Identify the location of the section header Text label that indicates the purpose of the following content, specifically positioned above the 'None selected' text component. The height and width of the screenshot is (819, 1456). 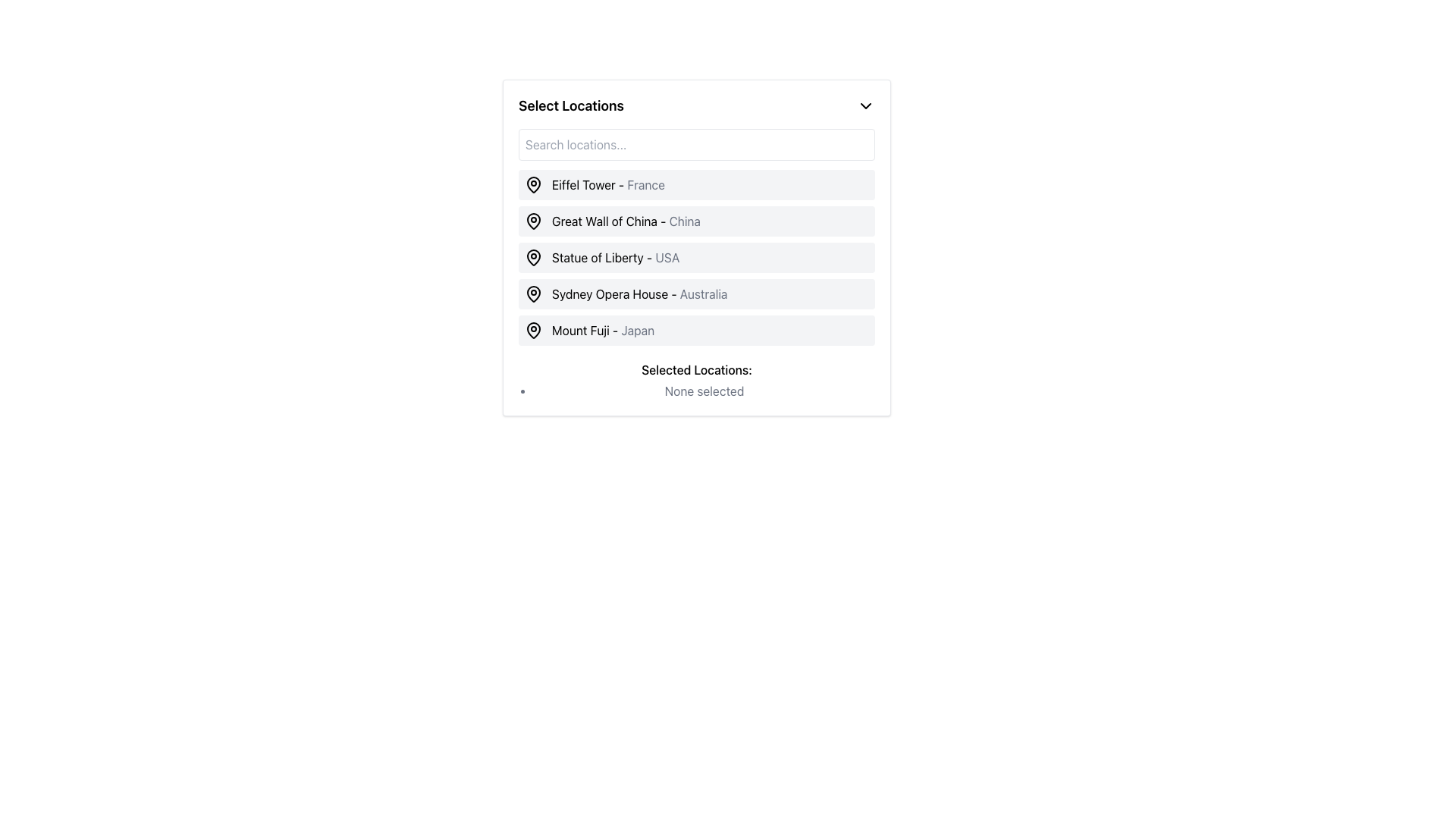
(695, 370).